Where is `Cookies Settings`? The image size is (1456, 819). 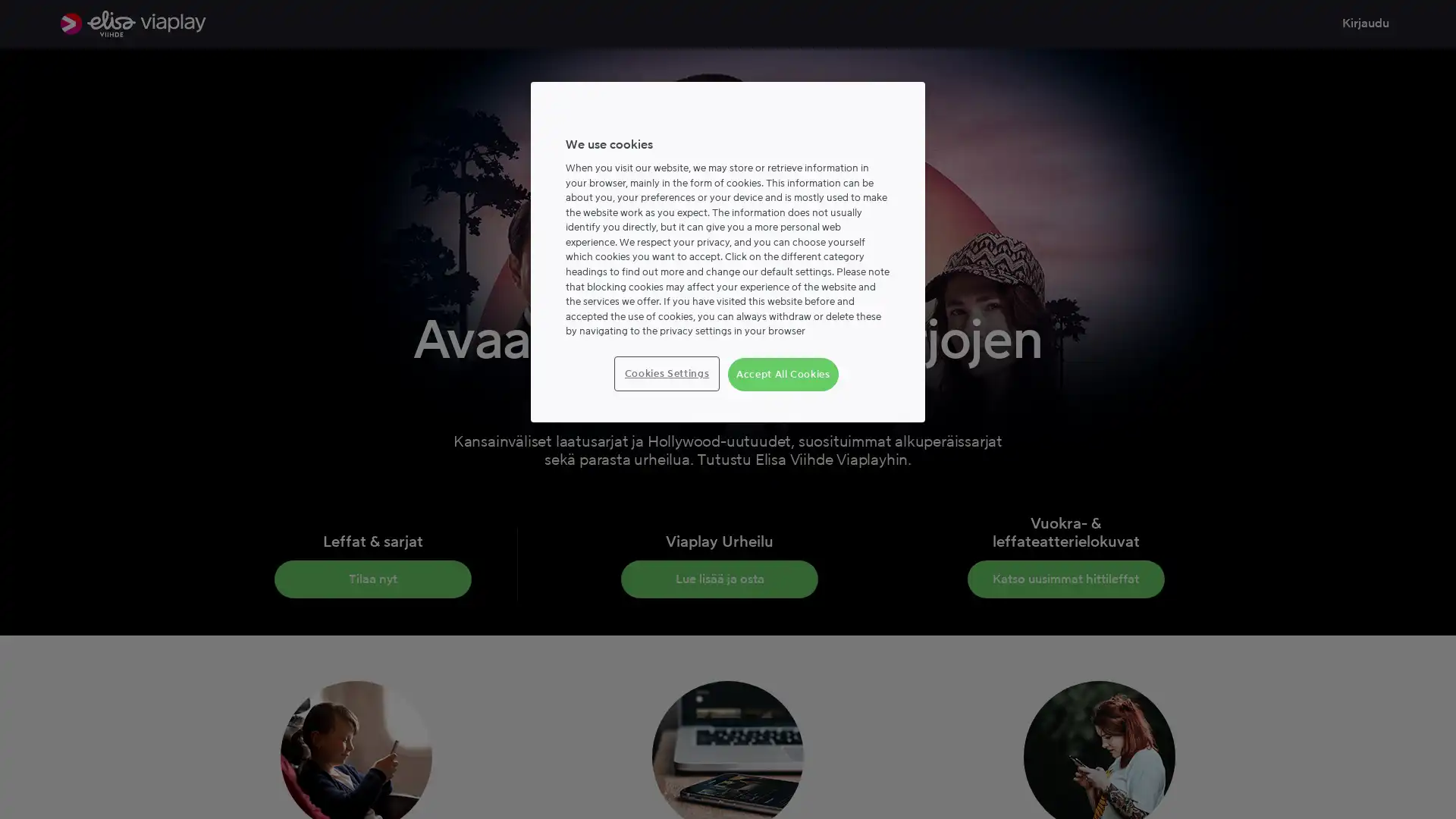
Cookies Settings is located at coordinates (667, 373).